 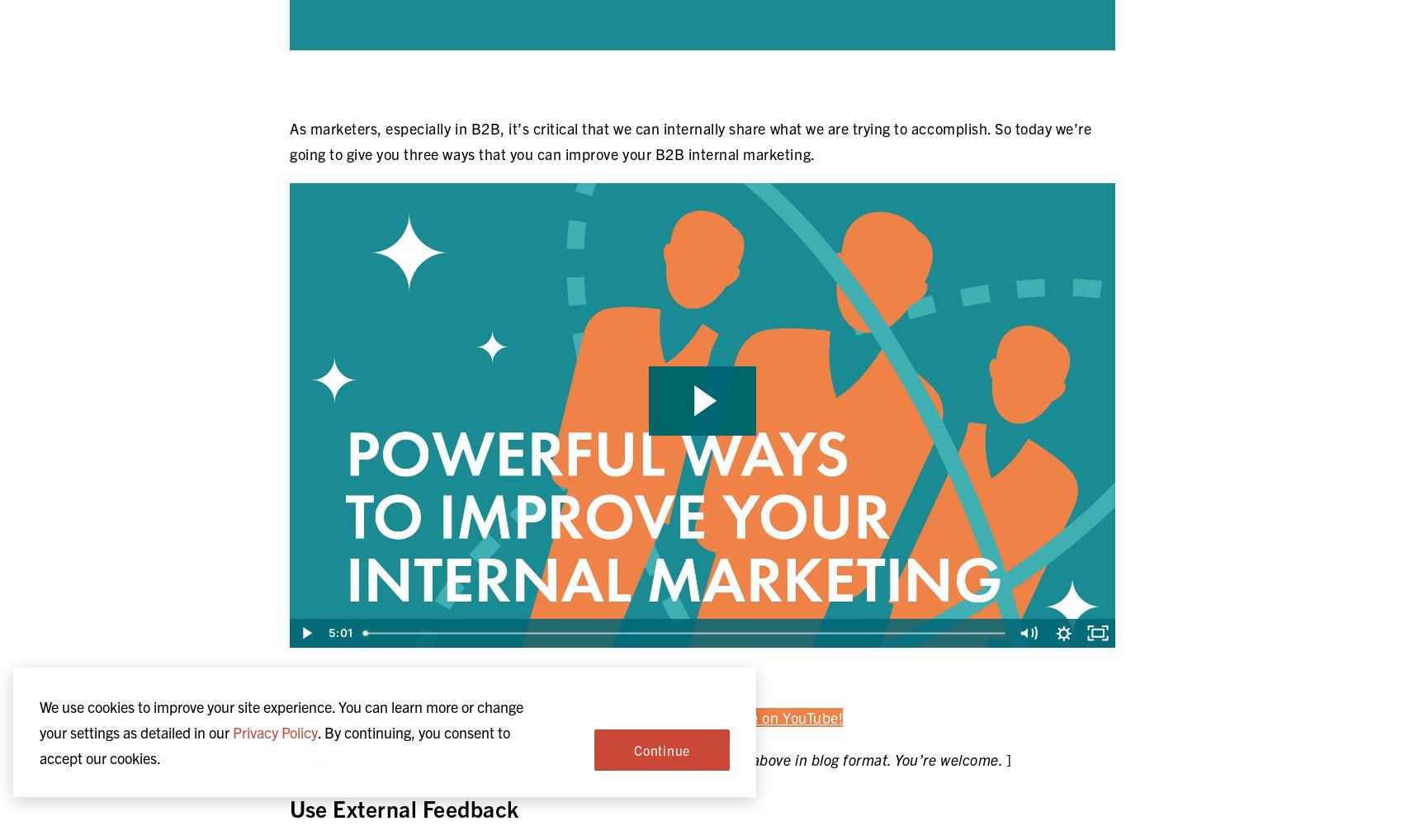 I want to click on 'Continue', so click(x=632, y=749).